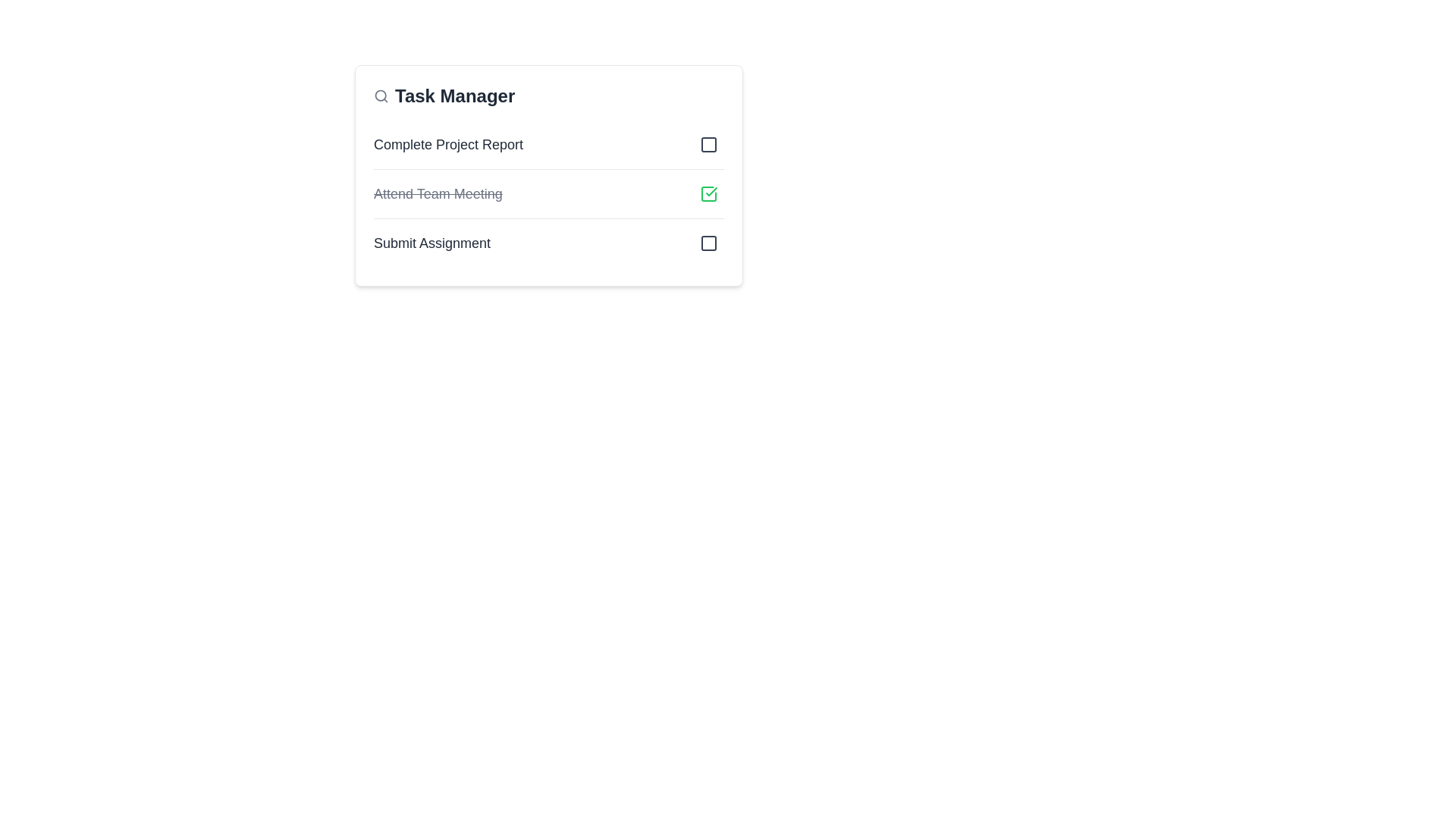 This screenshot has width=1456, height=819. What do you see at coordinates (708, 145) in the screenshot?
I see `the button located at the far right end of the first item in the vertical task list layout, adjacent to the 'Complete Project Report' text` at bounding box center [708, 145].